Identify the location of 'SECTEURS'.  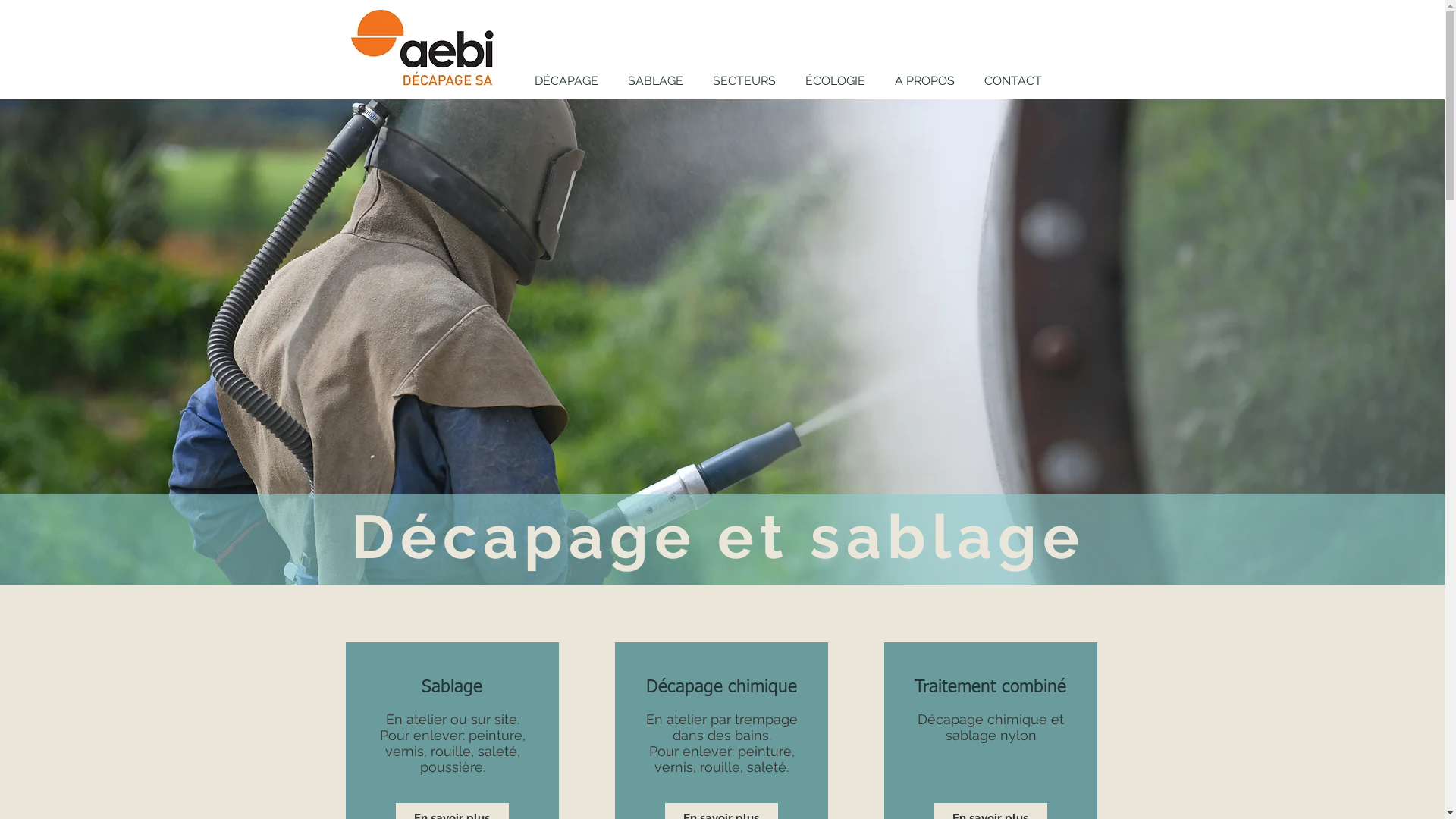
(743, 81).